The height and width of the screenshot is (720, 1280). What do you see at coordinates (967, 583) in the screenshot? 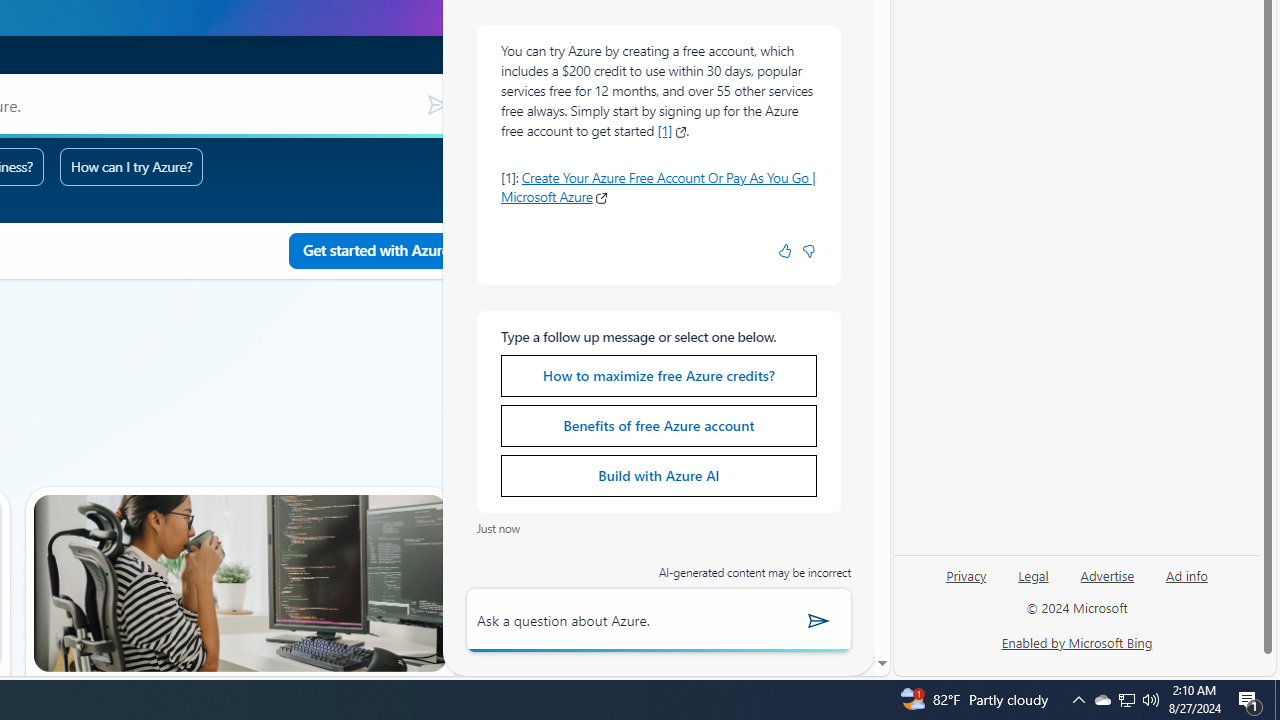
I see `'Privacy'` at bounding box center [967, 583].